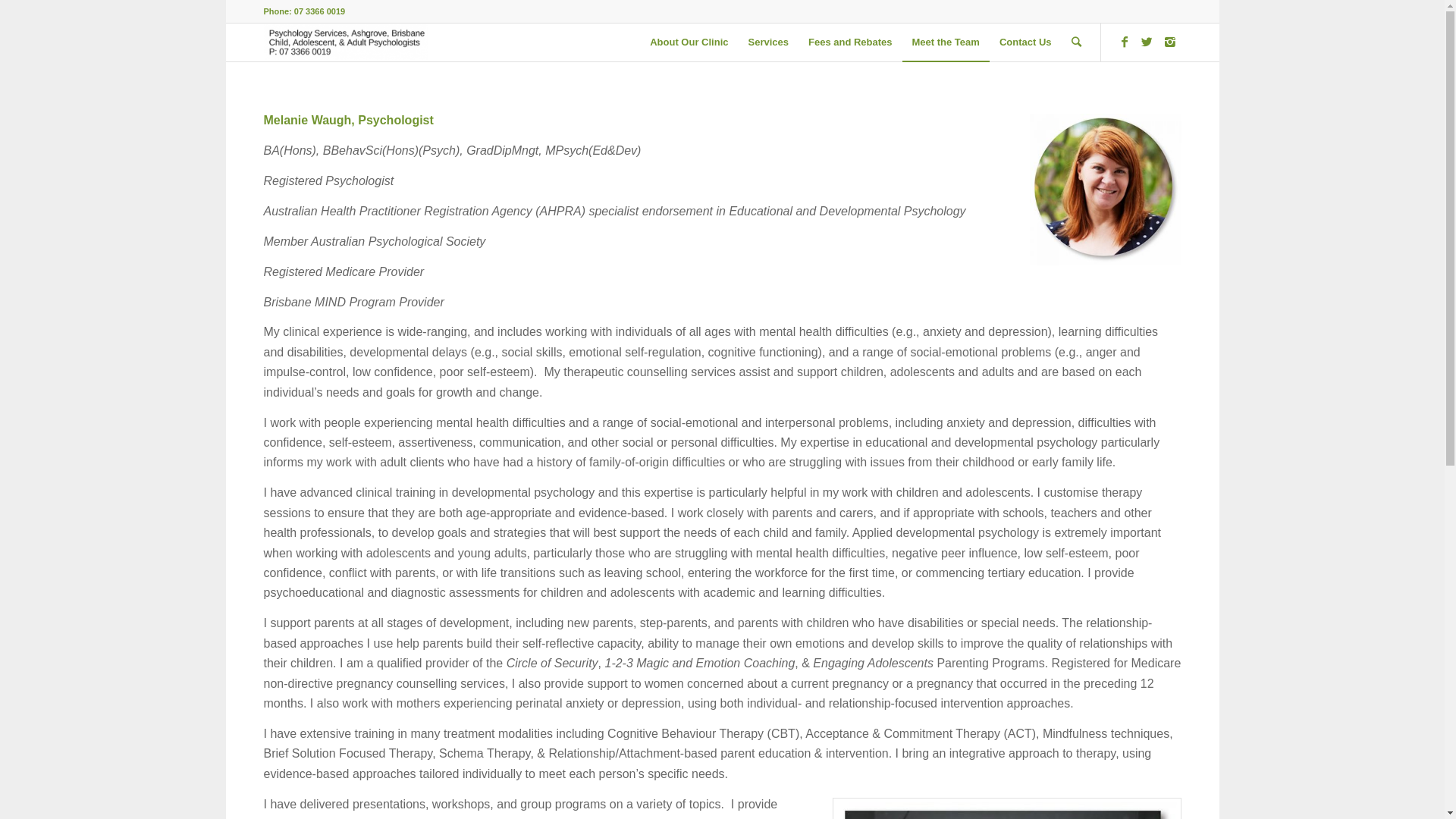 Image resolution: width=1456 pixels, height=819 pixels. Describe the element at coordinates (1147, 40) in the screenshot. I see `'Twitter'` at that location.